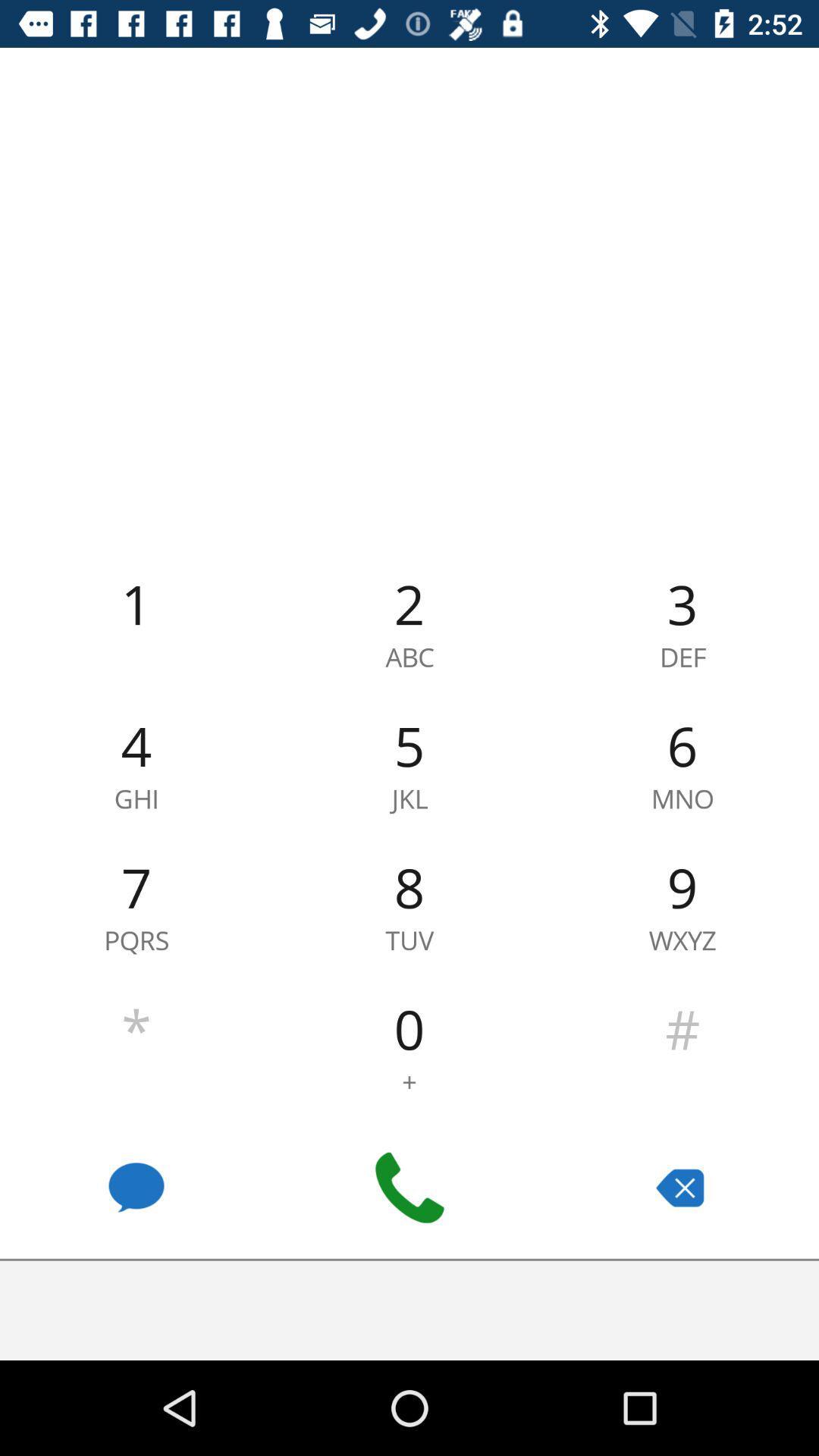 The height and width of the screenshot is (1456, 819). Describe the element at coordinates (409, 1187) in the screenshot. I see `the call icon` at that location.